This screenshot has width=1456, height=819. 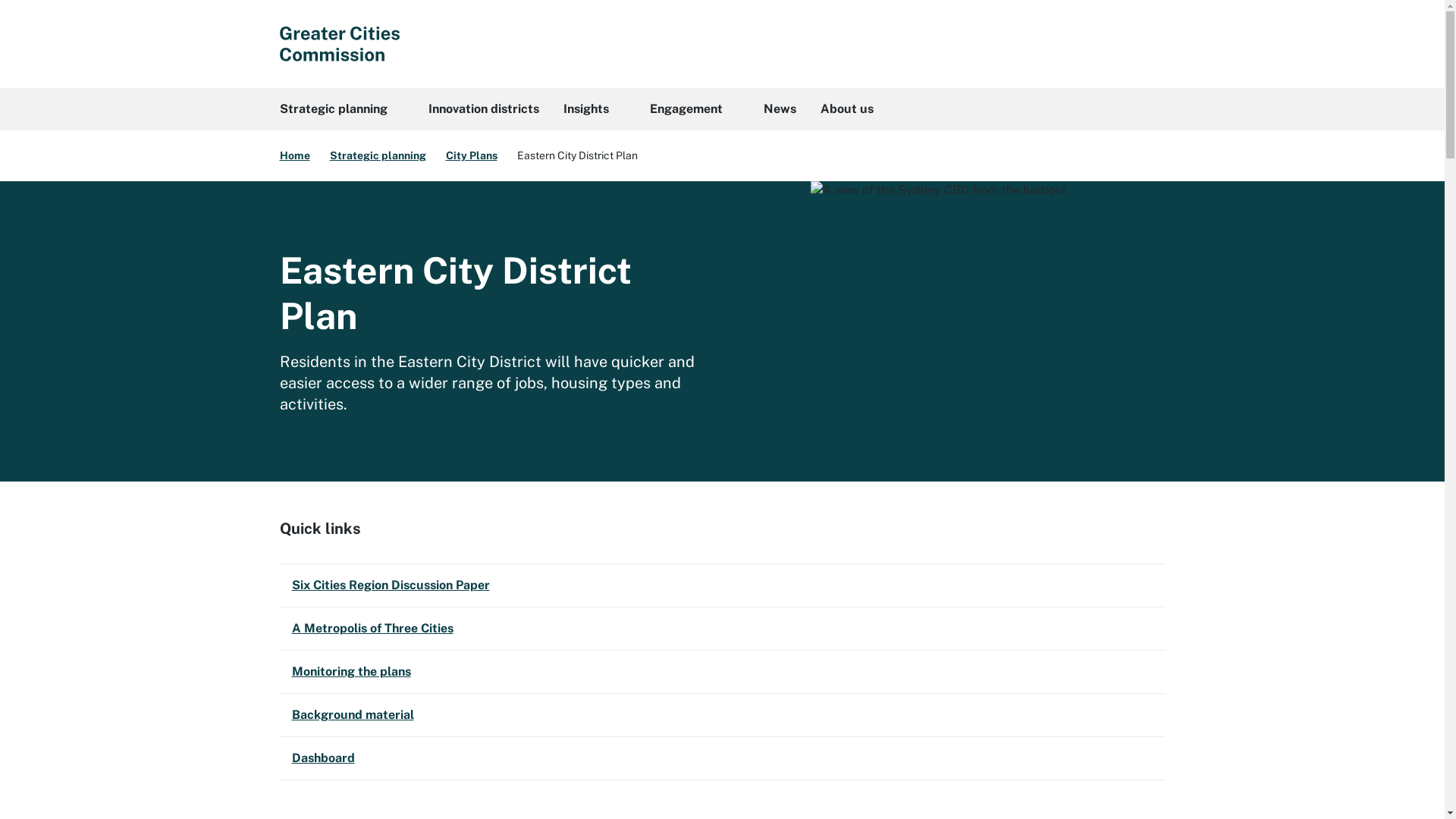 I want to click on 'A Metropolis of Three Cities', so click(x=720, y=629).